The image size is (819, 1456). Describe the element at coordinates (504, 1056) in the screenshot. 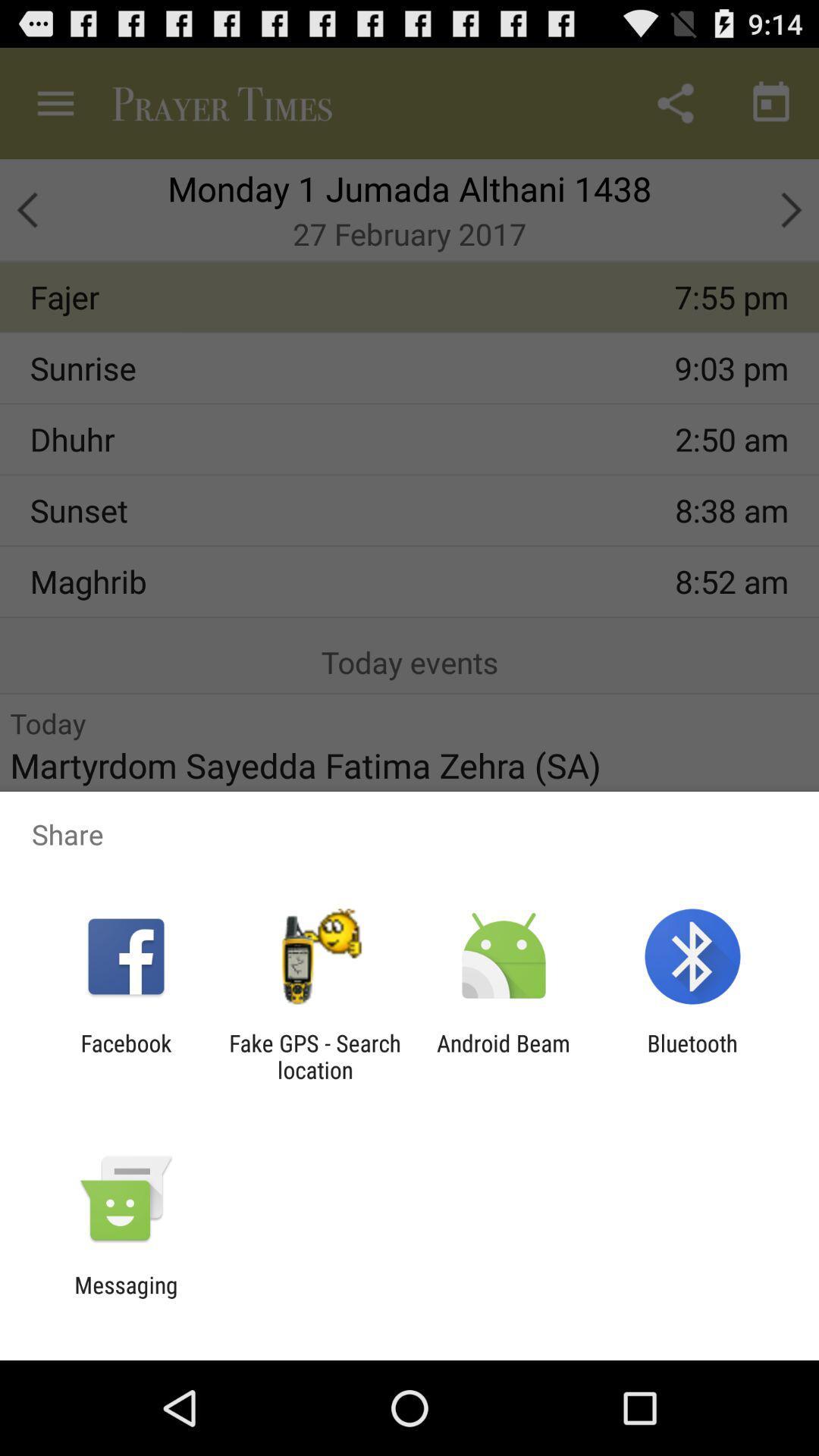

I see `the app to the right of fake gps search` at that location.